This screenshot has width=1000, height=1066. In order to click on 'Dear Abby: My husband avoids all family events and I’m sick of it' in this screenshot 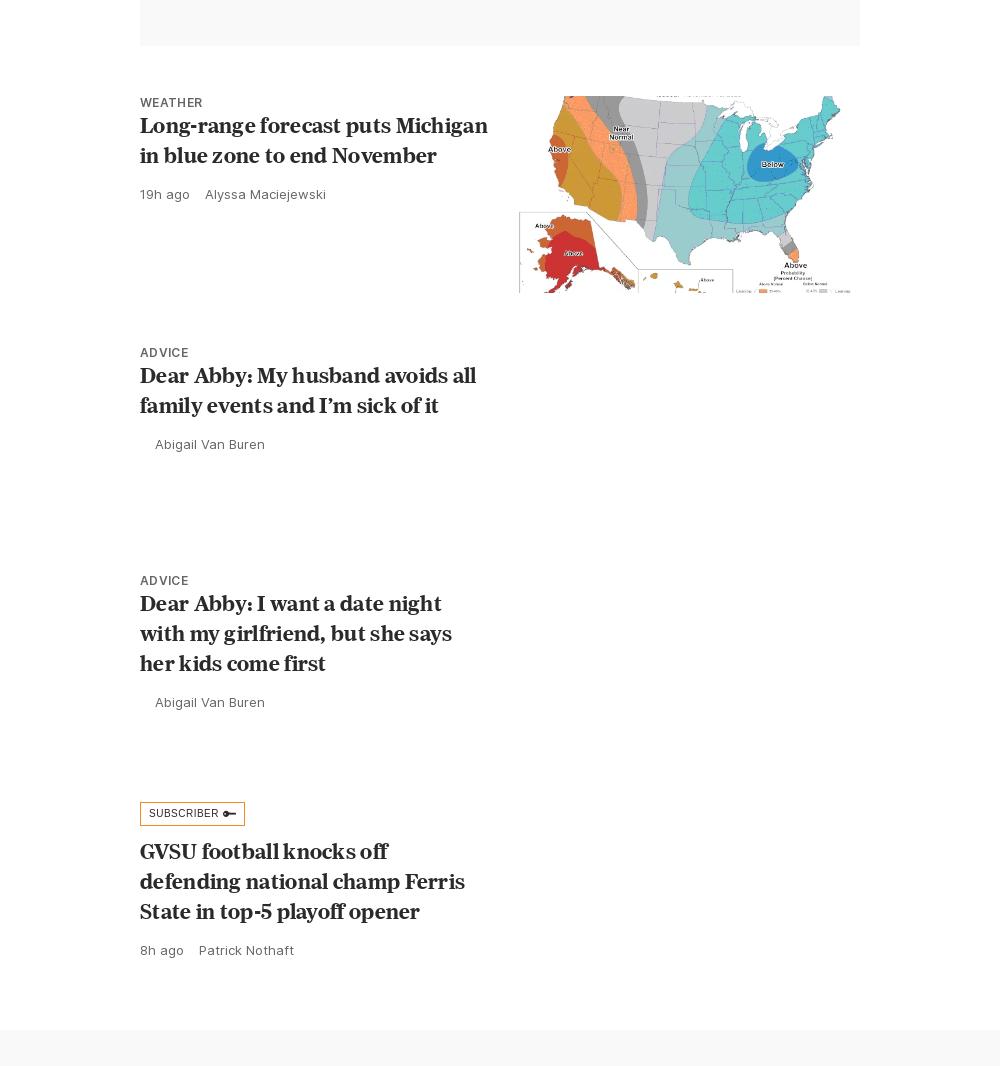, I will do `click(308, 388)`.